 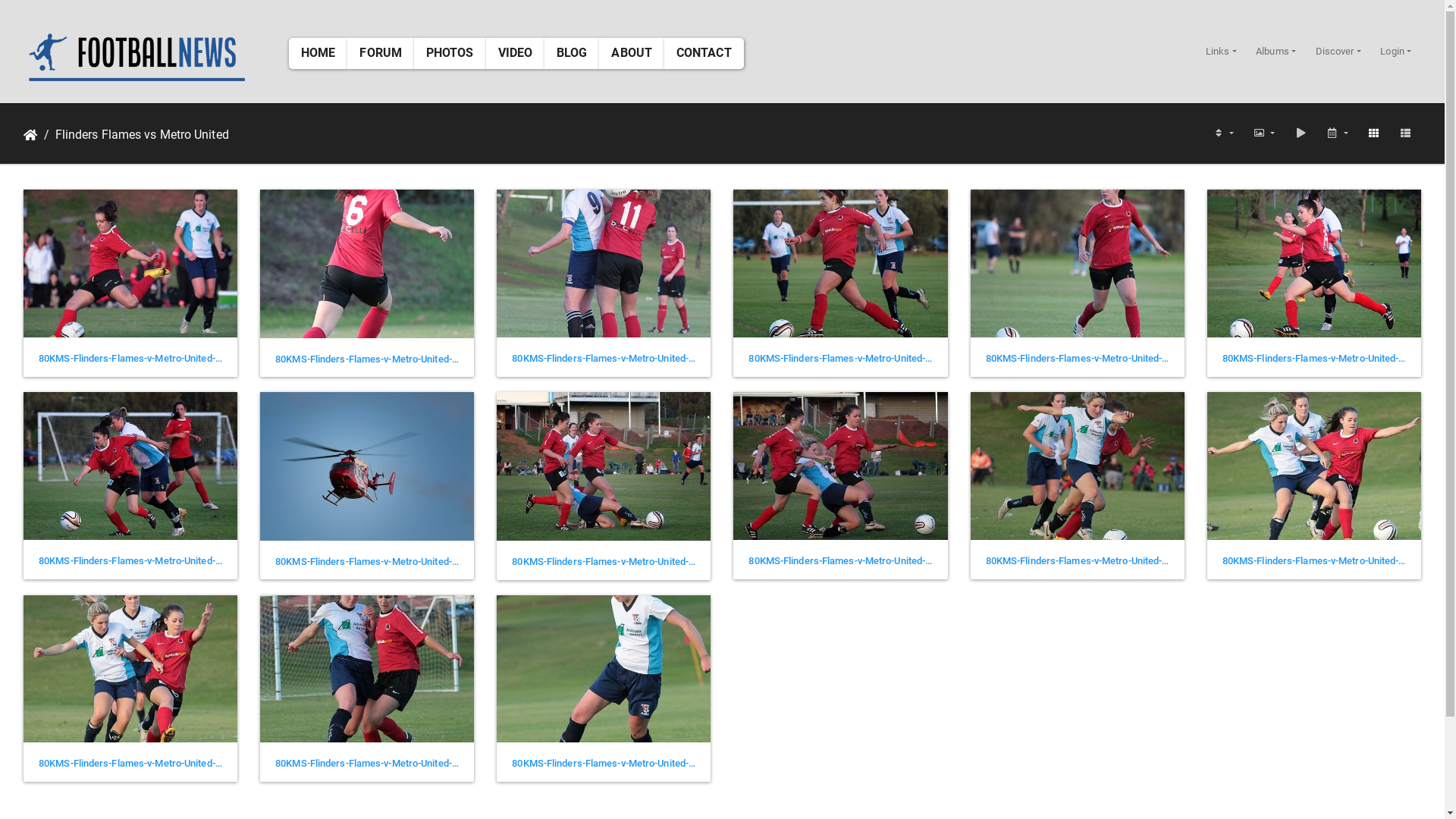 I want to click on 'Discover', so click(x=1338, y=51).